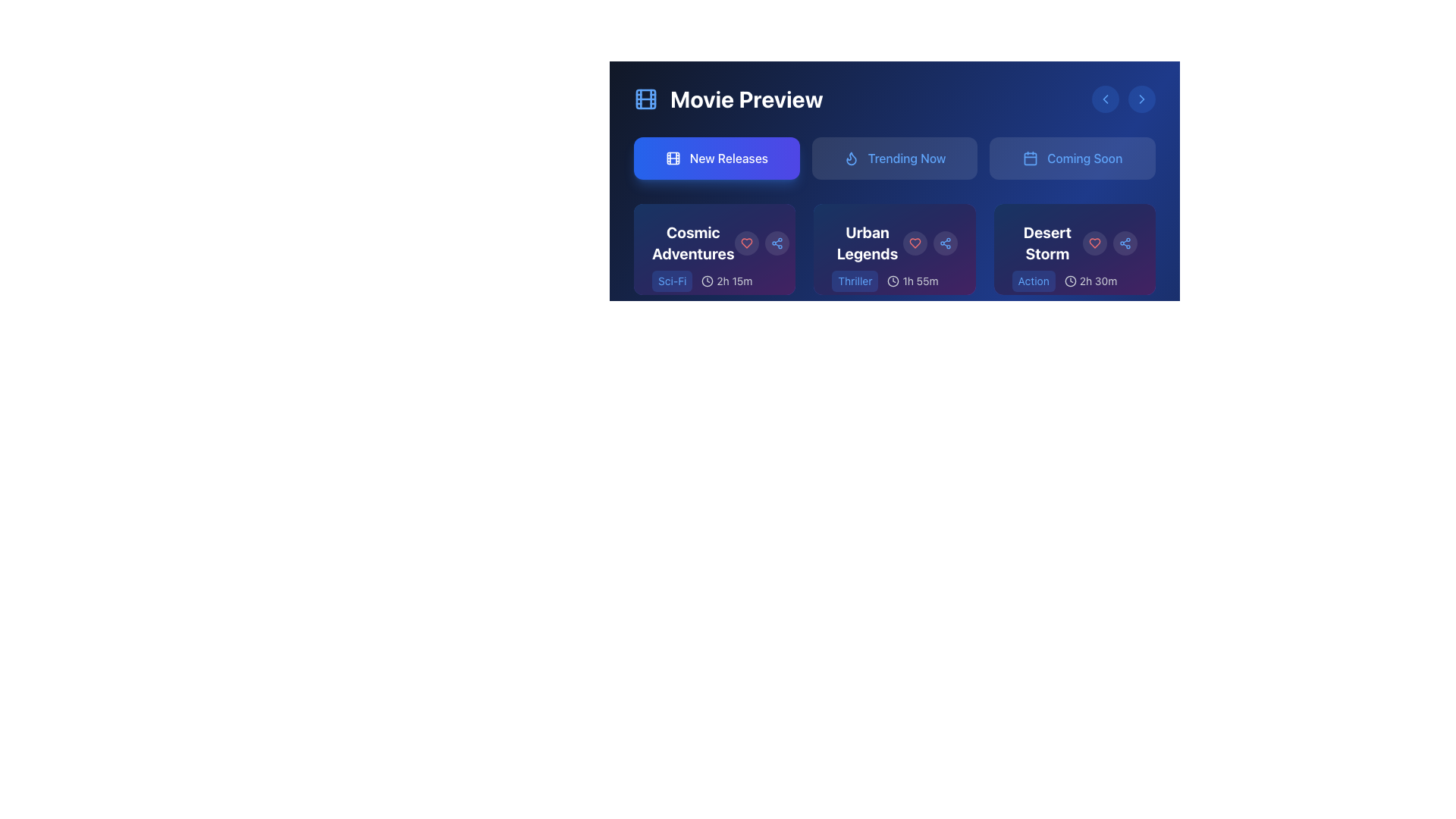  I want to click on the share icon button located in the bottom-right corner of the 'Cosmic Adventures' movie card, so click(777, 242).